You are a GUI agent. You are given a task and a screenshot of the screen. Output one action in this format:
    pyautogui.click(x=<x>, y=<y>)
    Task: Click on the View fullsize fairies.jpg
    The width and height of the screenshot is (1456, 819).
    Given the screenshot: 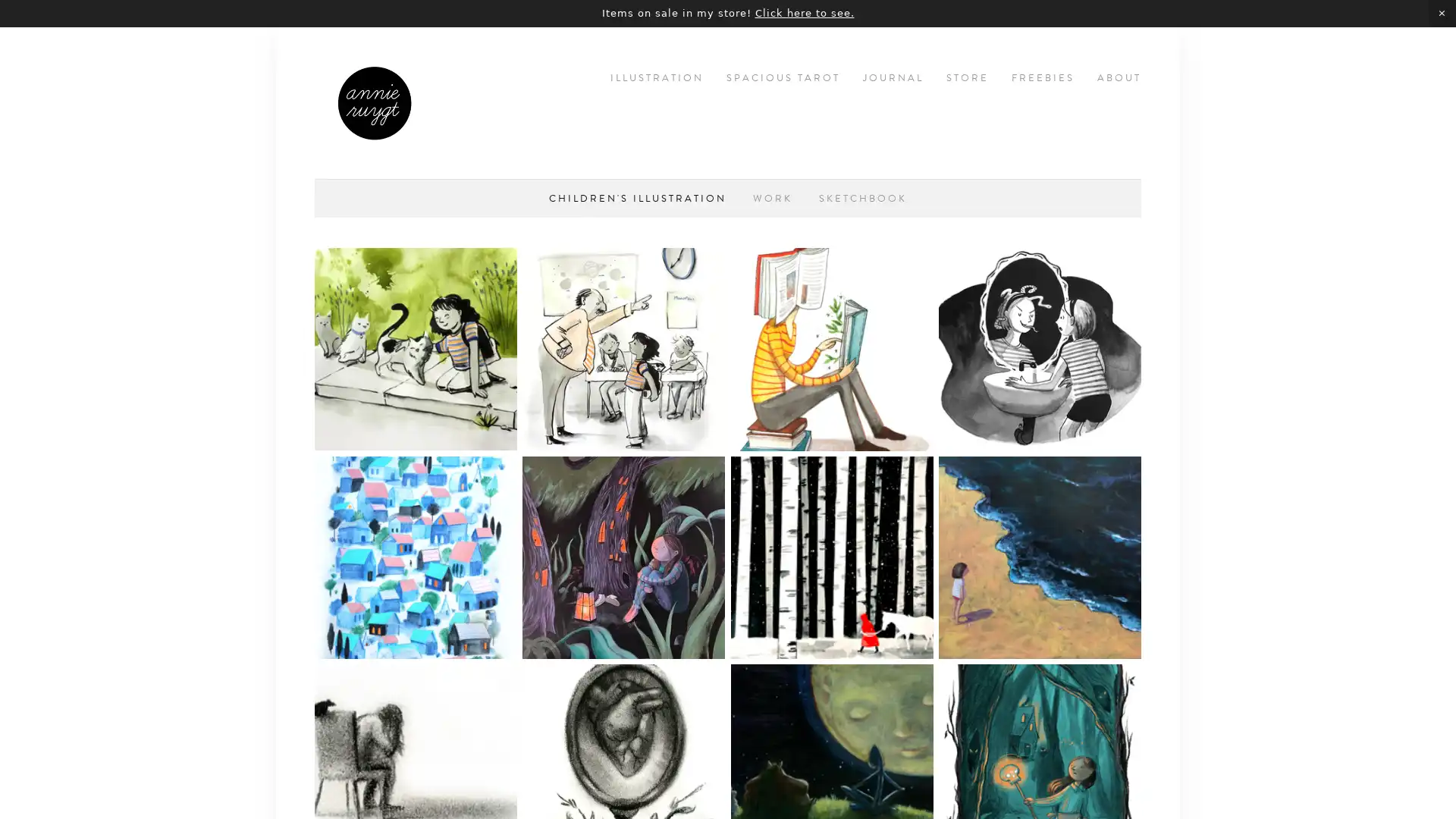 What is the action you would take?
    pyautogui.click(x=623, y=557)
    